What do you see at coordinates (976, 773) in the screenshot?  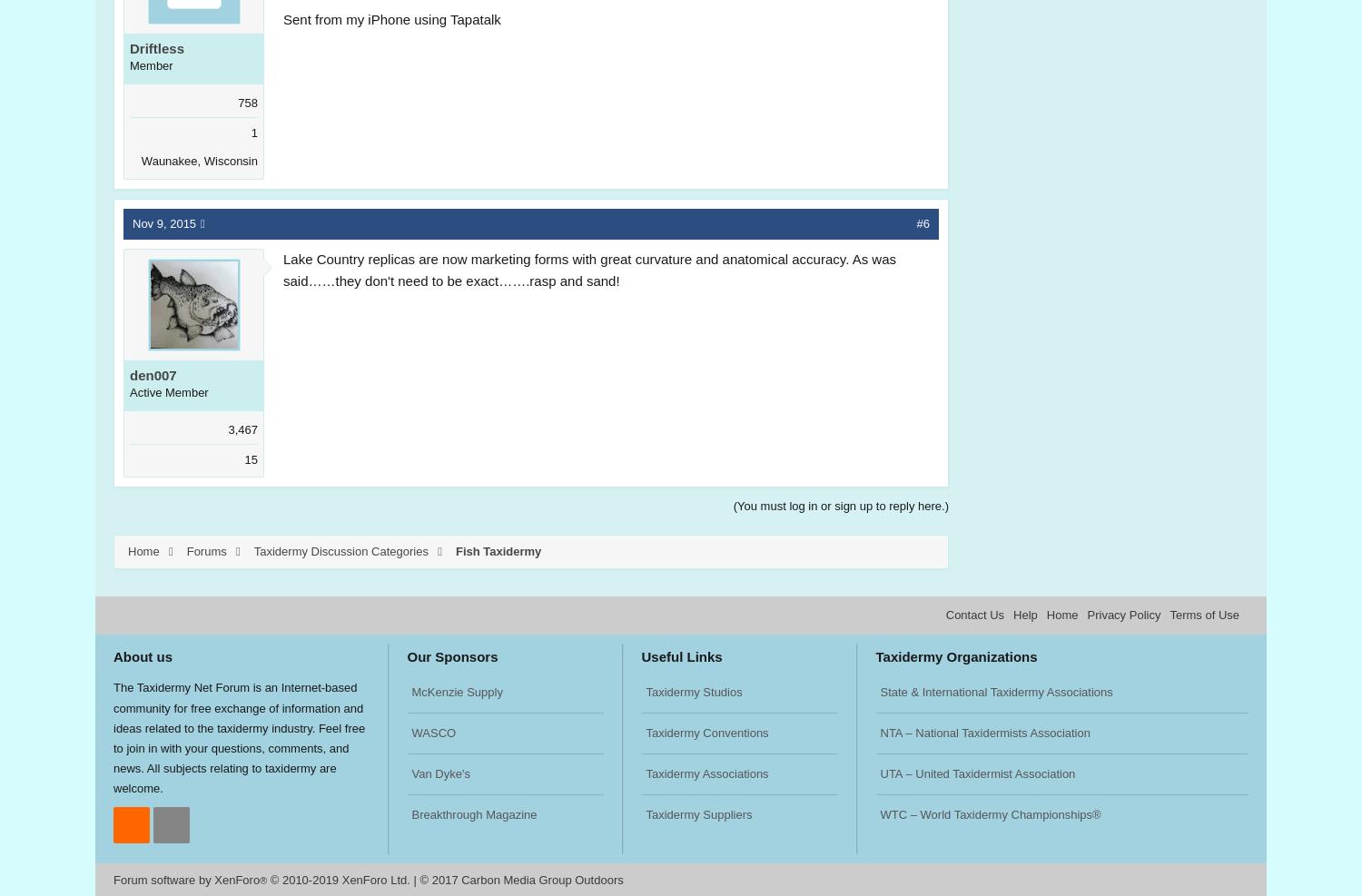 I see `'UTA – United Taxidermist Association'` at bounding box center [976, 773].